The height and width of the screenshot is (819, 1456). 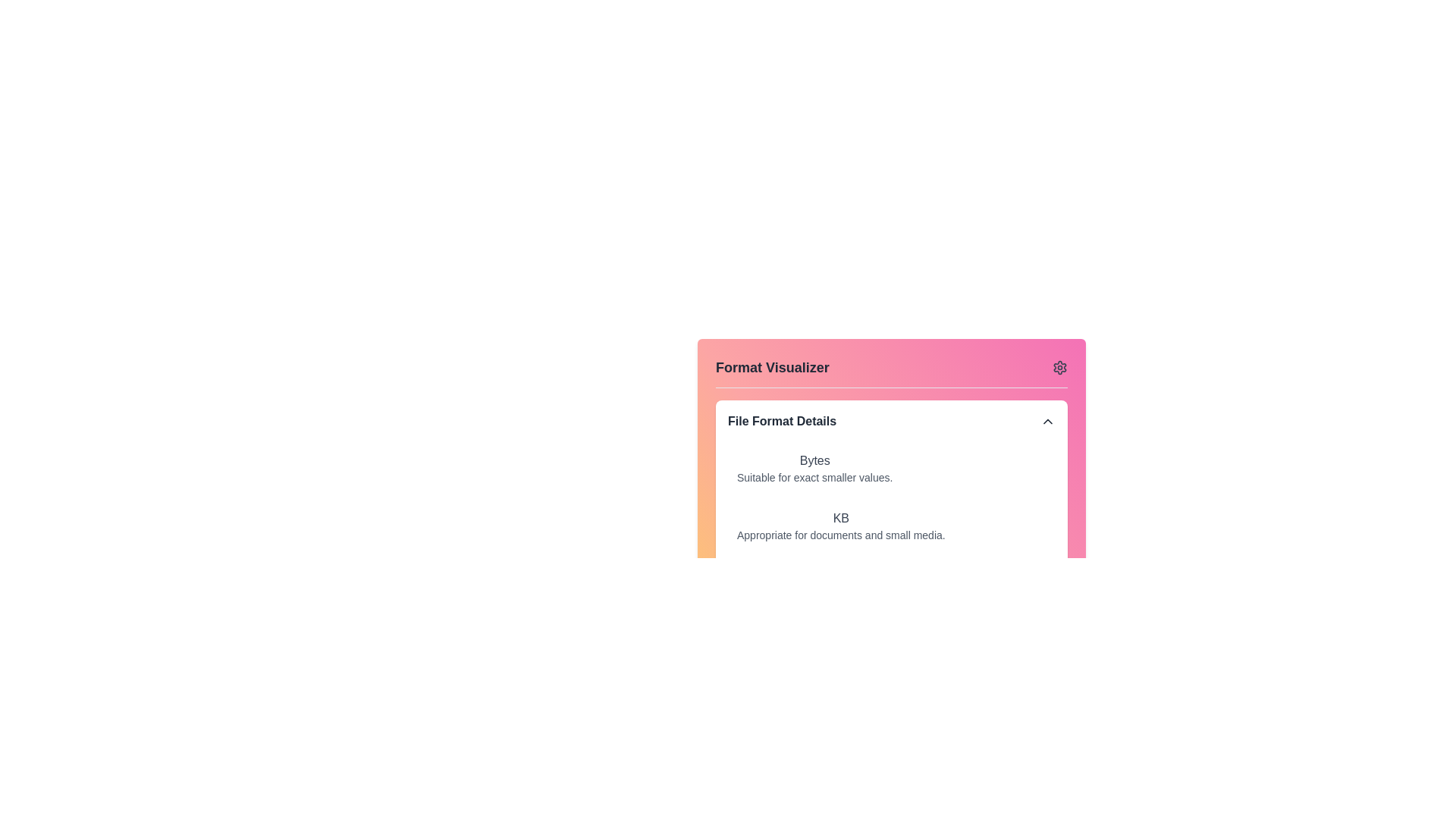 What do you see at coordinates (892, 467) in the screenshot?
I see `the first selectable list item representing the unit 'Bytes' in the storage unit options list` at bounding box center [892, 467].